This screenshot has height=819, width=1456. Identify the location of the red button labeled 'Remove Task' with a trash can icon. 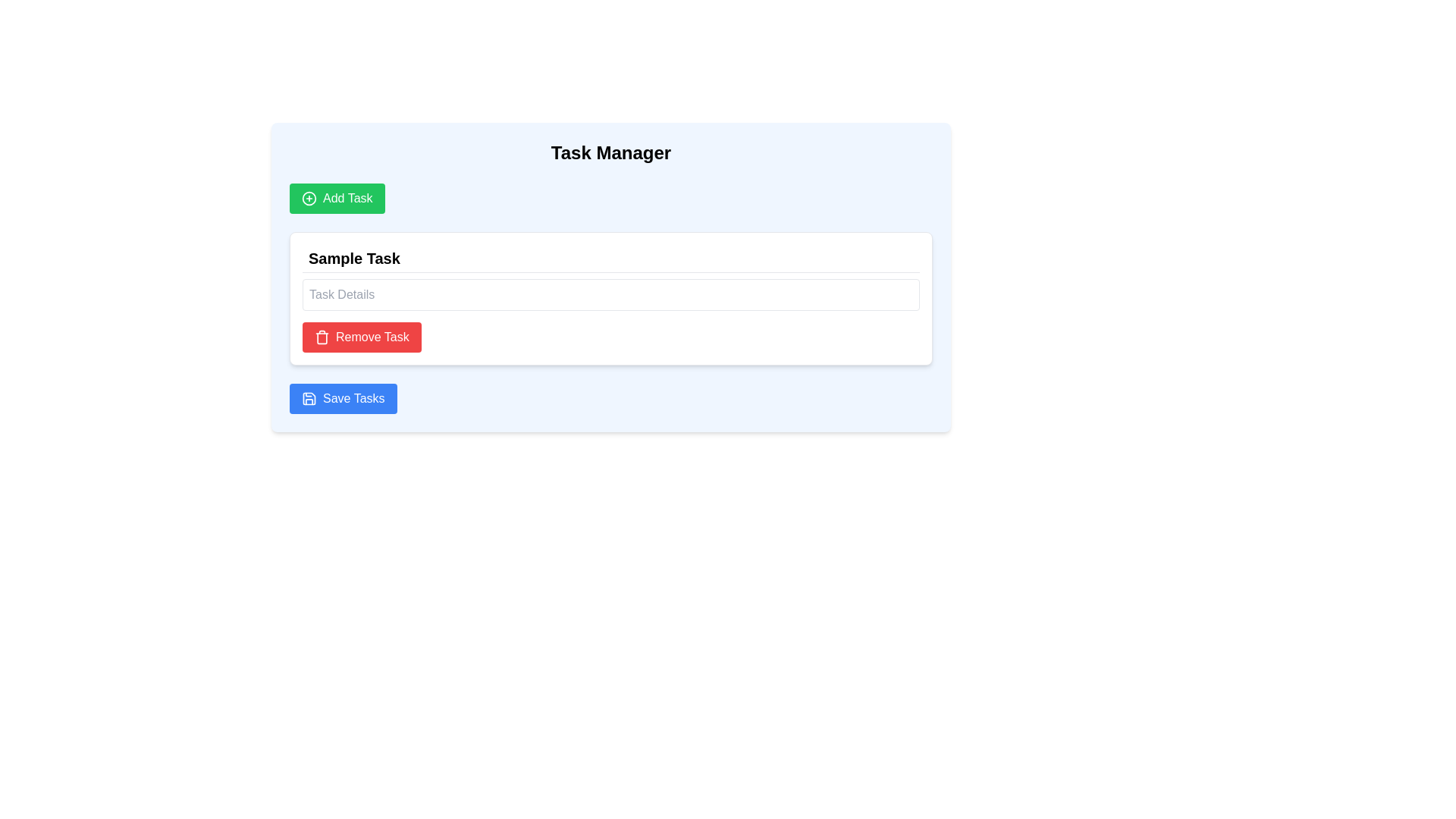
(361, 336).